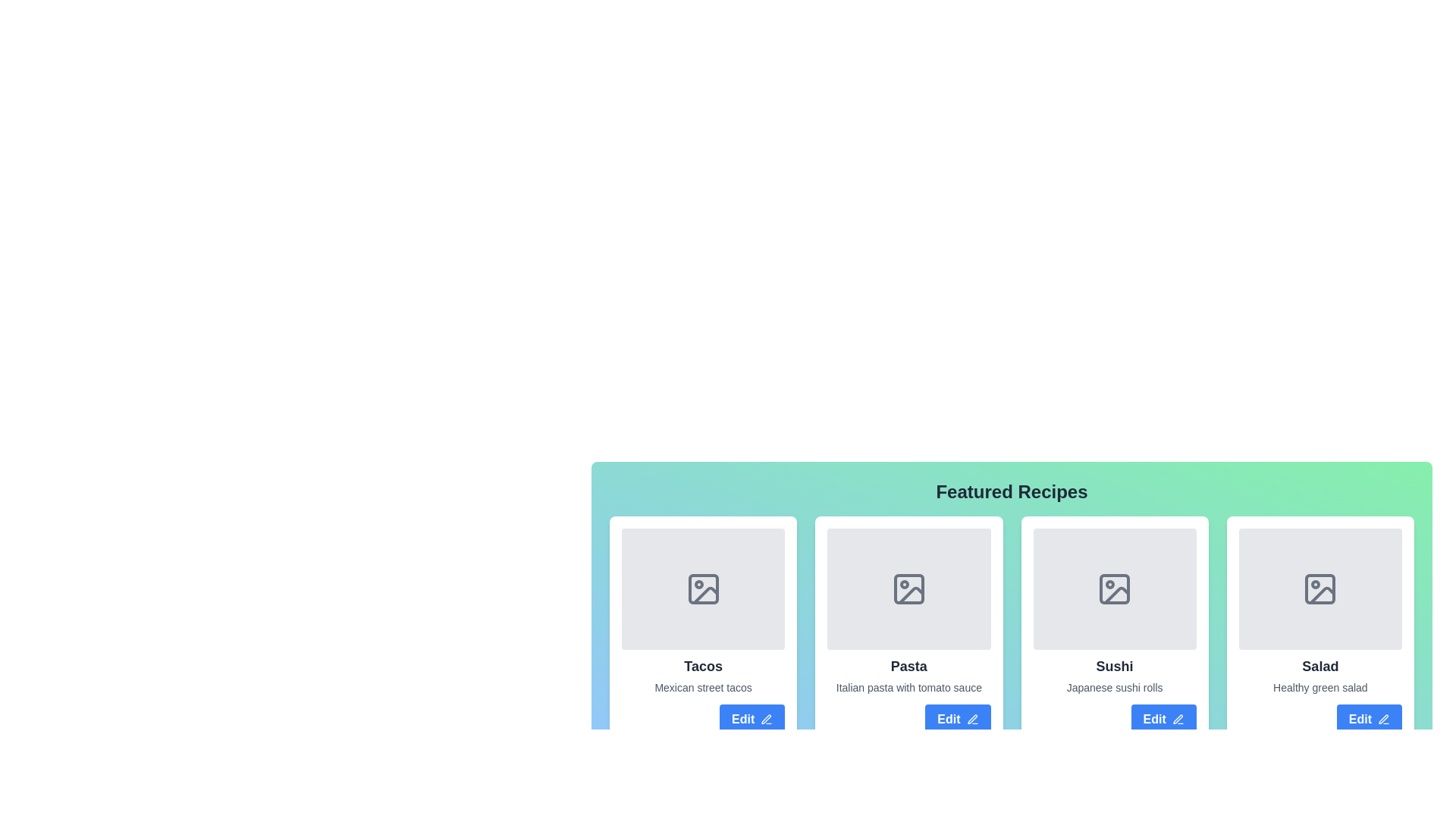  What do you see at coordinates (752, 718) in the screenshot?
I see `the first 'Edit' button associated with the 'Tacos' recipe card in the 'Featured Recipes' section` at bounding box center [752, 718].